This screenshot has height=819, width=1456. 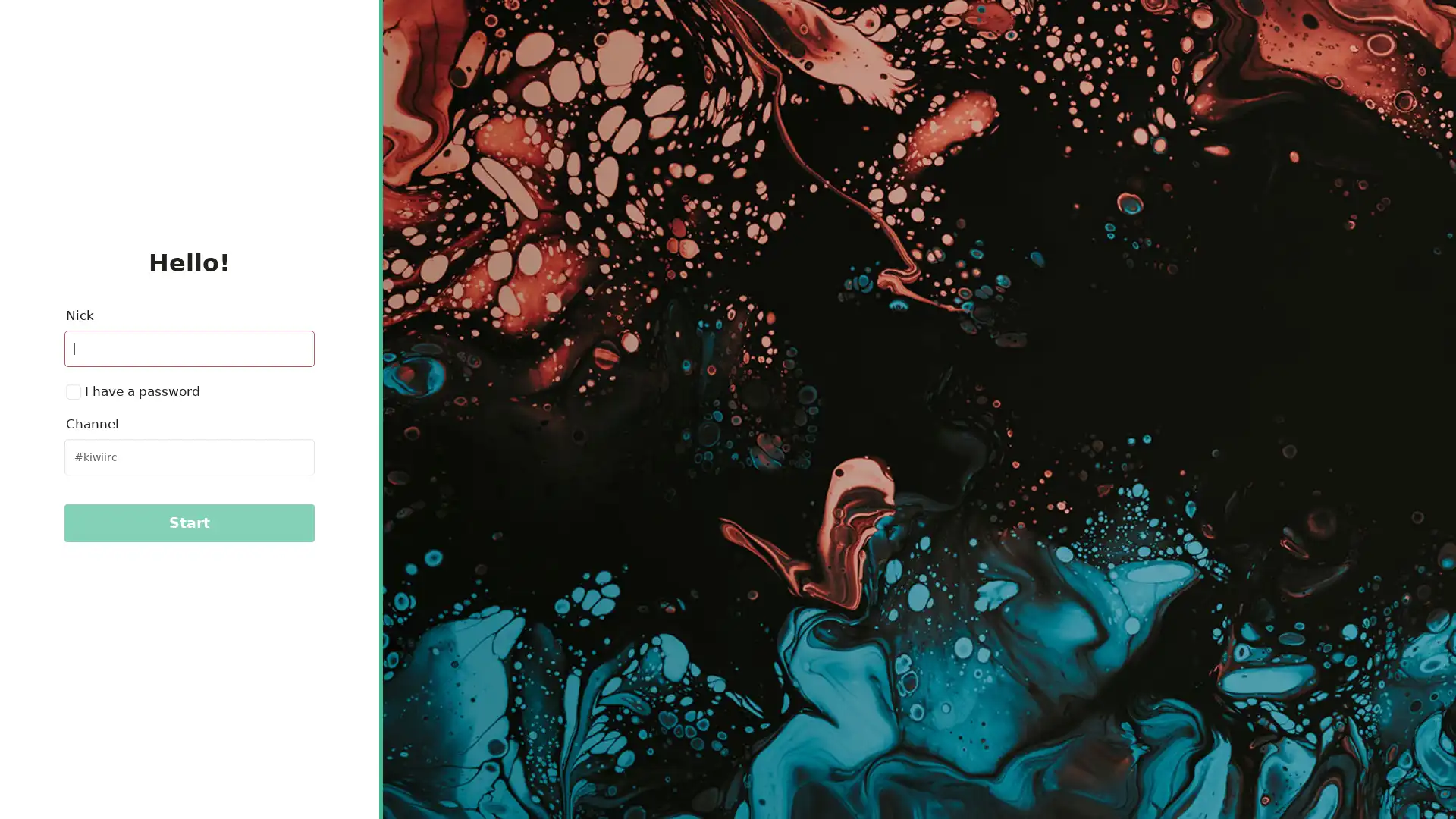 I want to click on Start, so click(x=188, y=522).